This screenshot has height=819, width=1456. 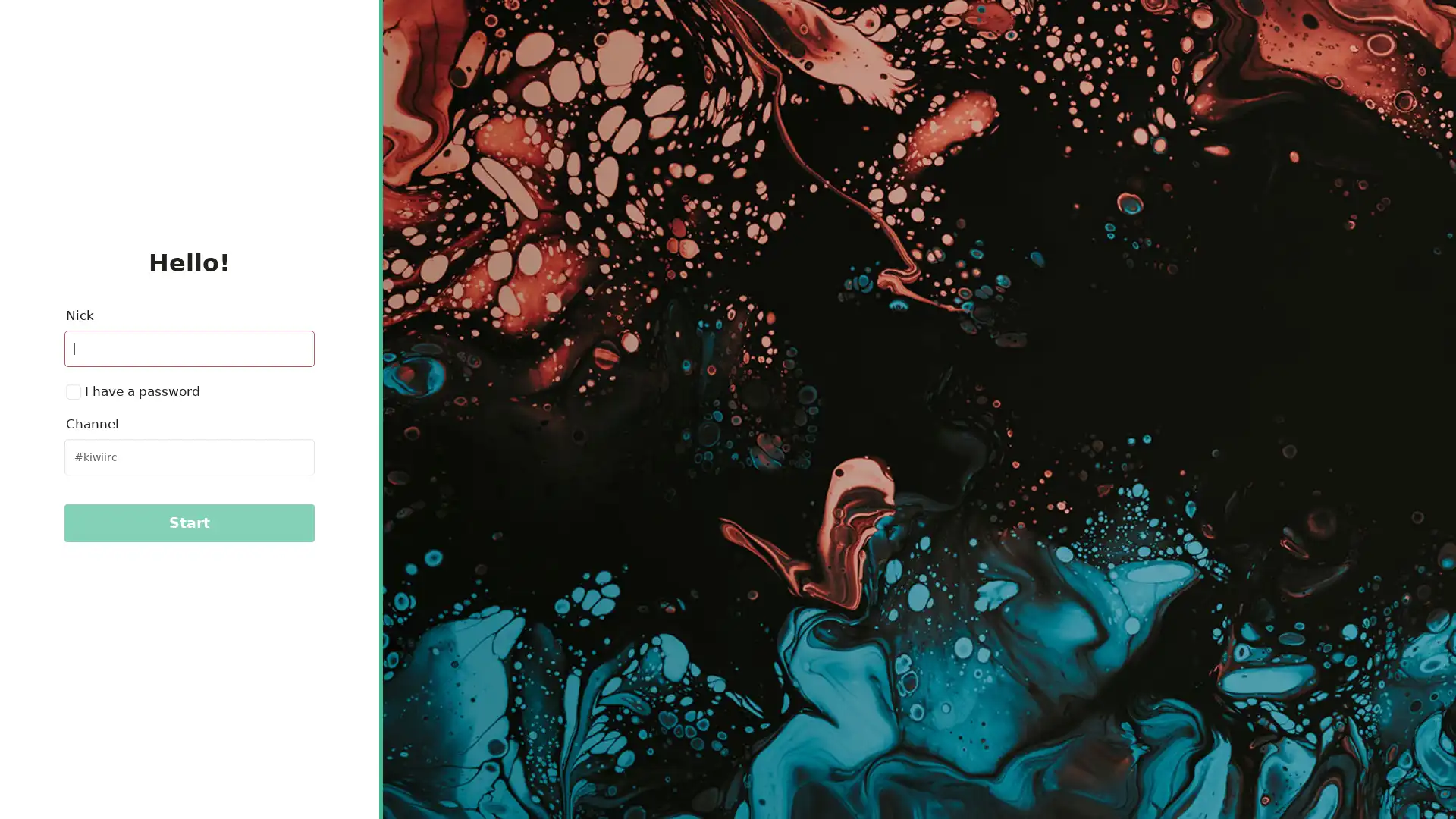 I want to click on Start, so click(x=188, y=522).